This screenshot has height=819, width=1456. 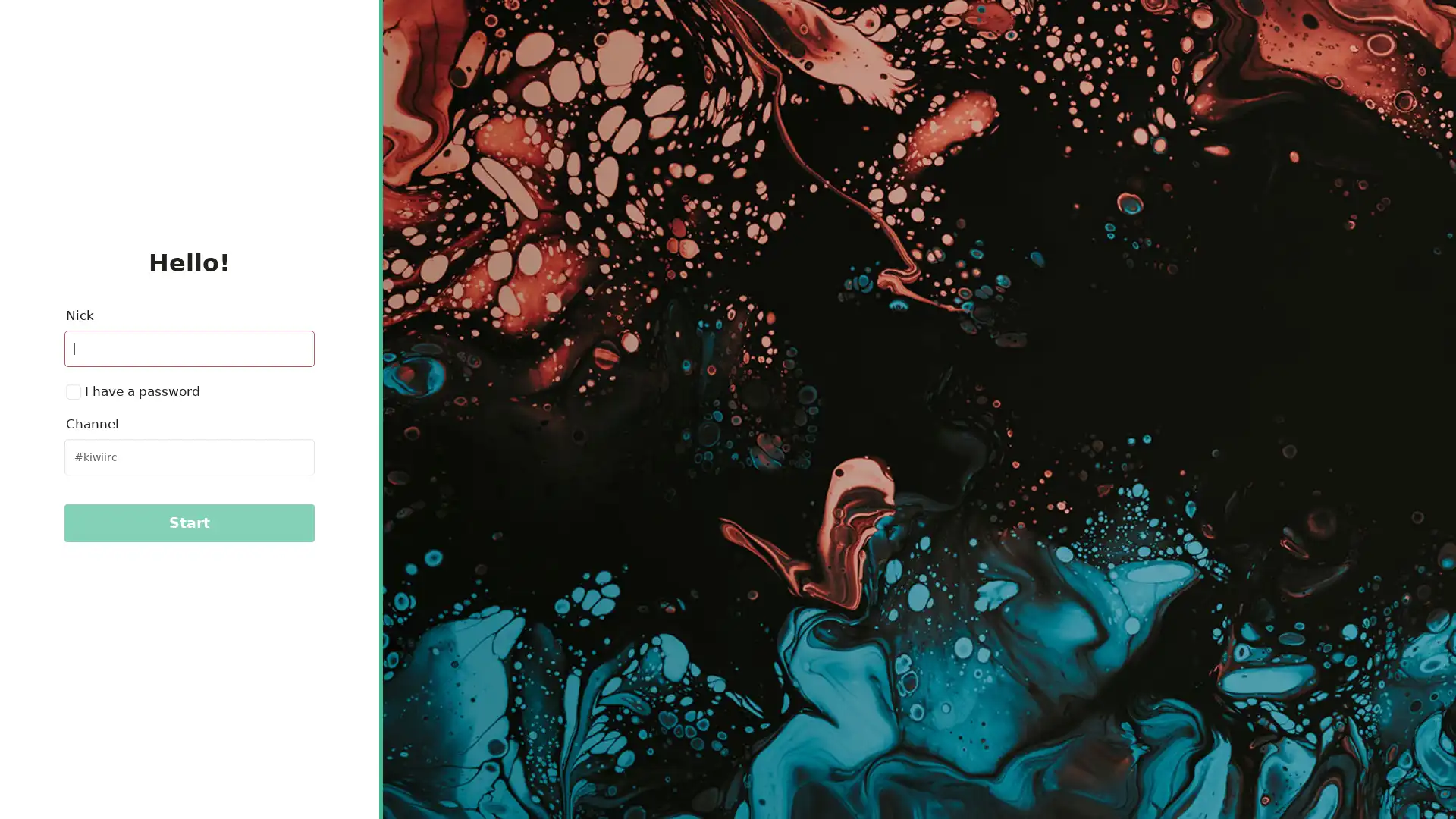 I want to click on Start, so click(x=188, y=522).